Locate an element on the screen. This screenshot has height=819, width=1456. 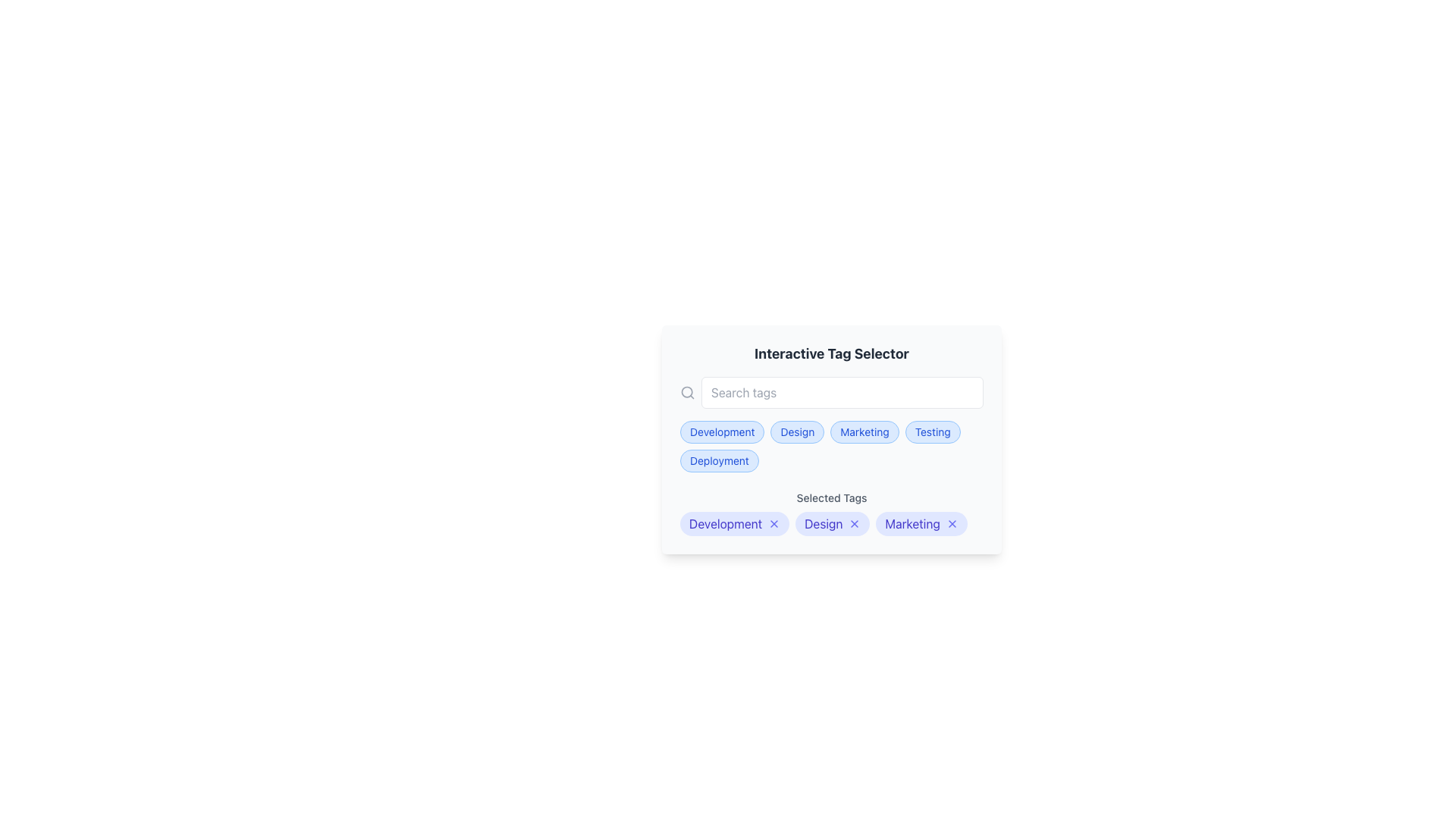
the 'x' icon next to the first selected tag in the 'Selected Tags' section is located at coordinates (735, 522).